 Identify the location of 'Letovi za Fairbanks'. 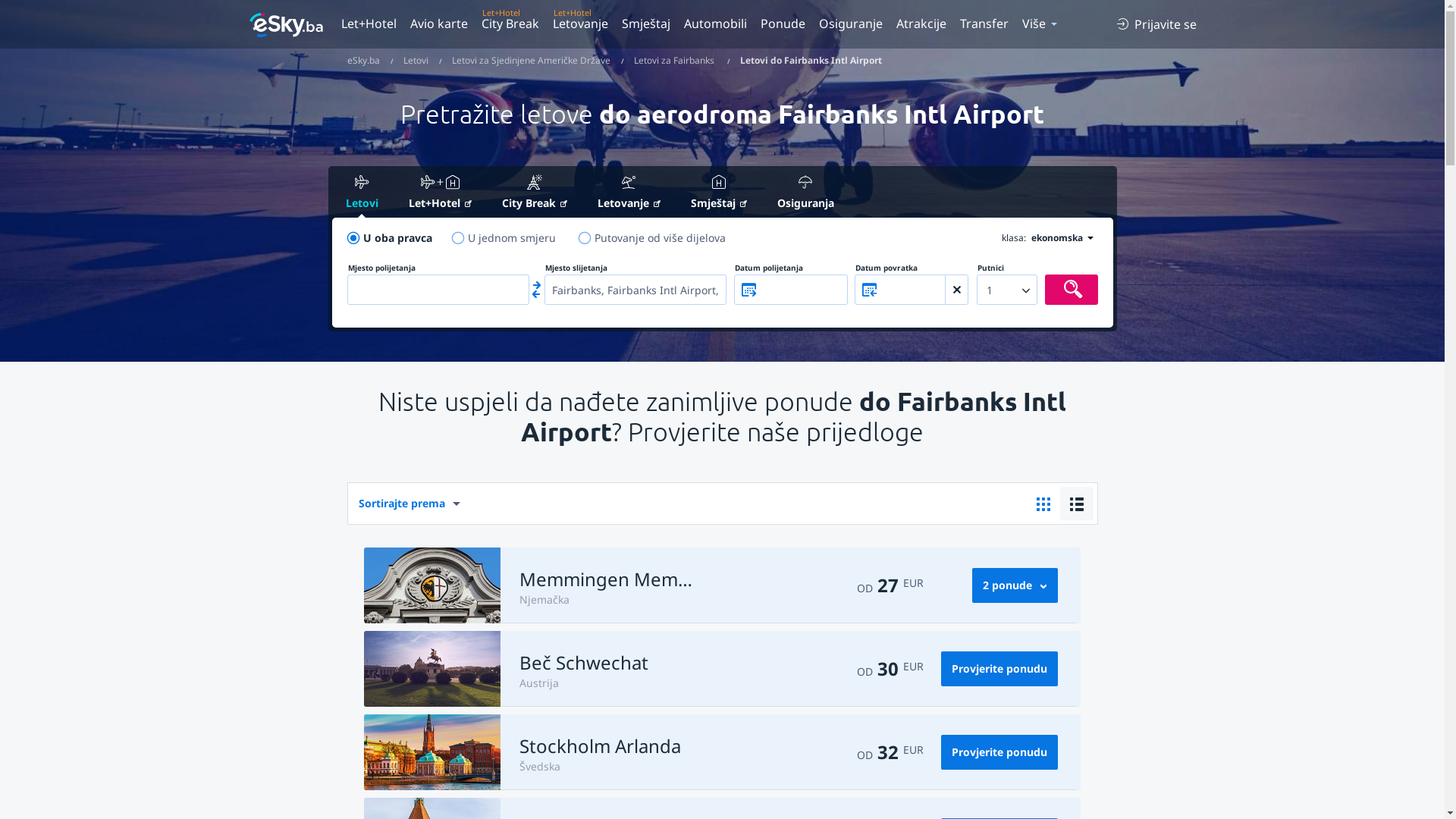
(633, 60).